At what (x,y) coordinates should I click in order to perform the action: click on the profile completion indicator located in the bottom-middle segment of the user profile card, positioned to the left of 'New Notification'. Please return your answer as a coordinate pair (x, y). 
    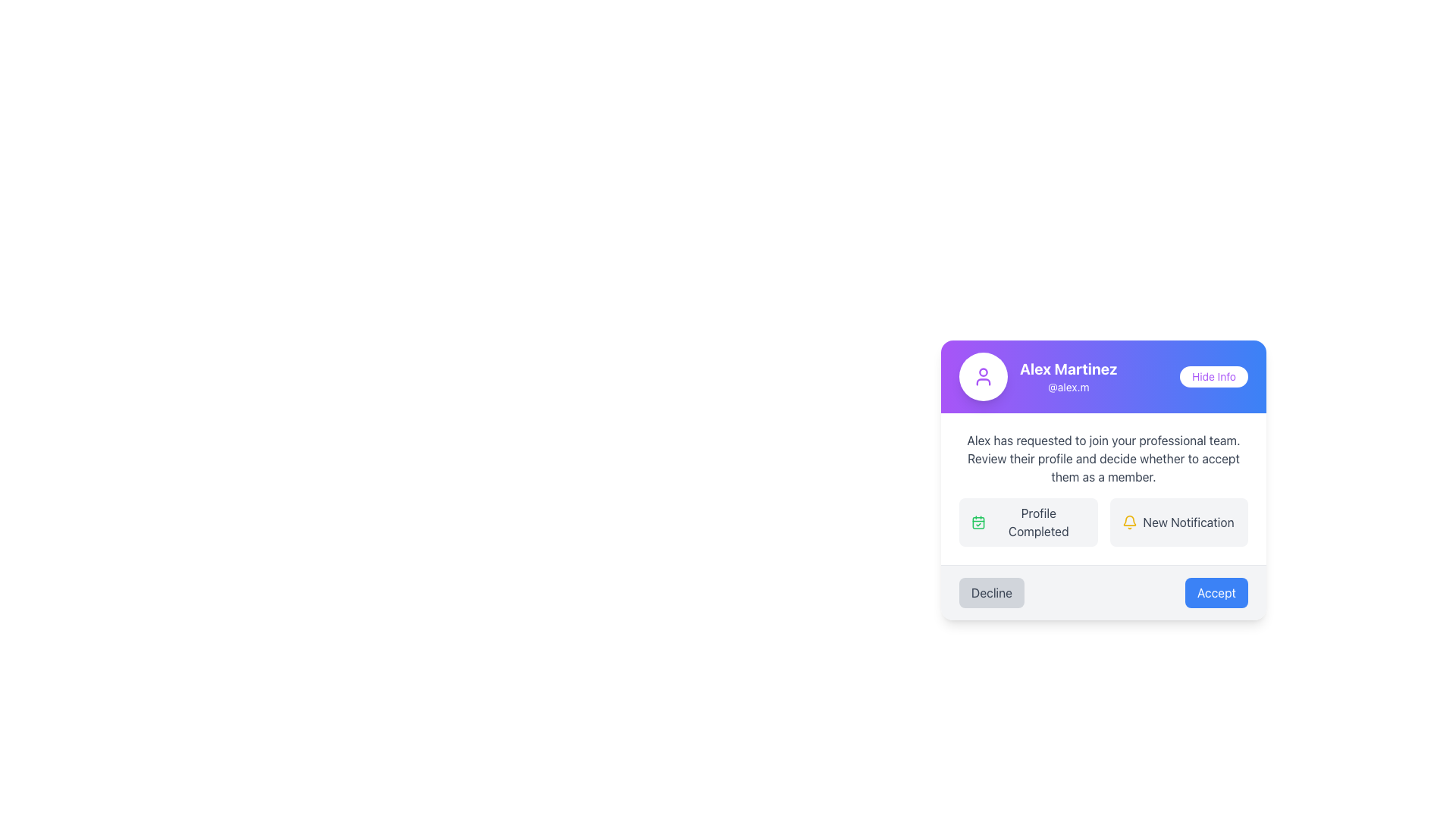
    Looking at the image, I should click on (1028, 522).